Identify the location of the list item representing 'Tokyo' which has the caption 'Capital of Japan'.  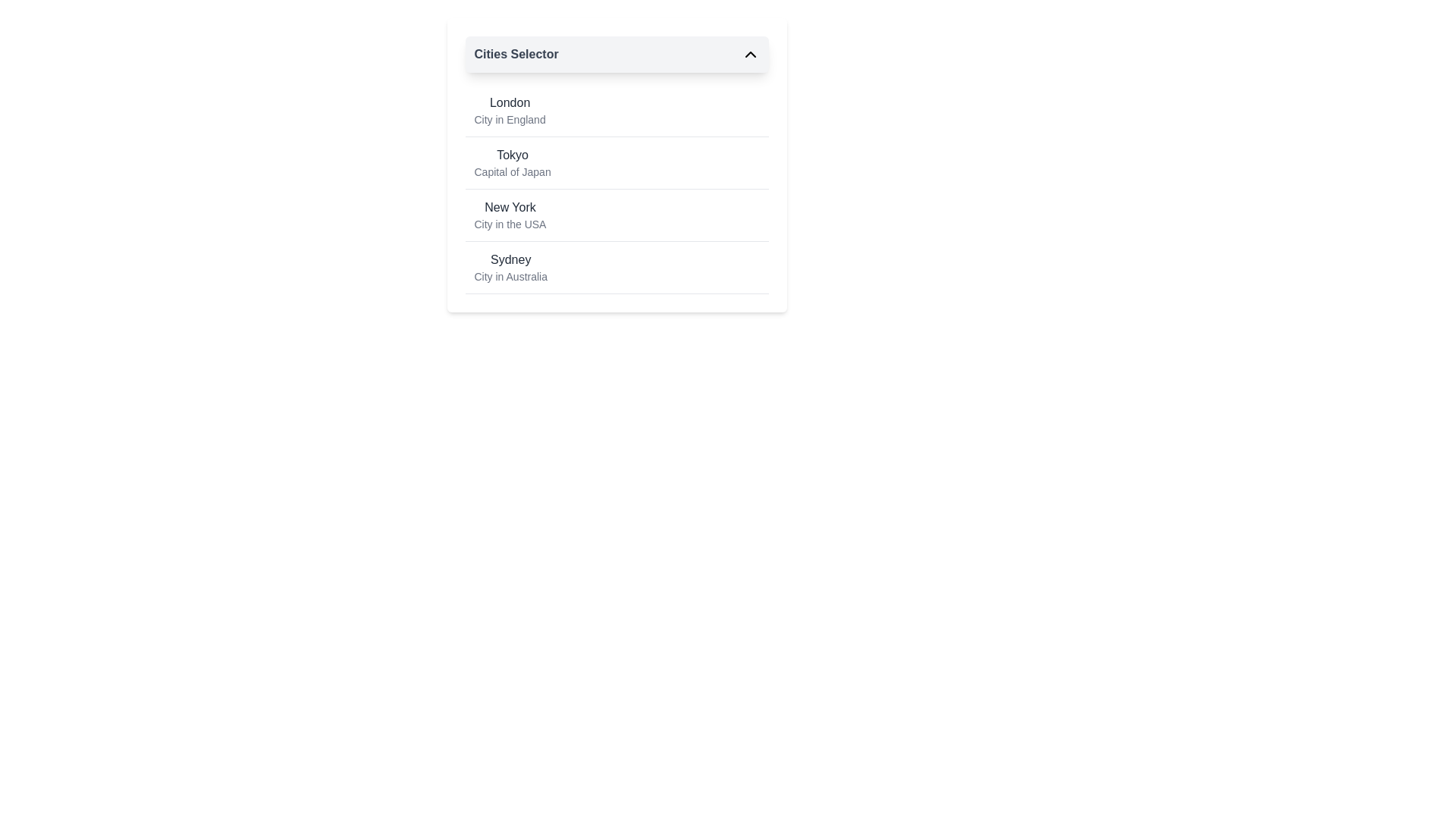
(617, 163).